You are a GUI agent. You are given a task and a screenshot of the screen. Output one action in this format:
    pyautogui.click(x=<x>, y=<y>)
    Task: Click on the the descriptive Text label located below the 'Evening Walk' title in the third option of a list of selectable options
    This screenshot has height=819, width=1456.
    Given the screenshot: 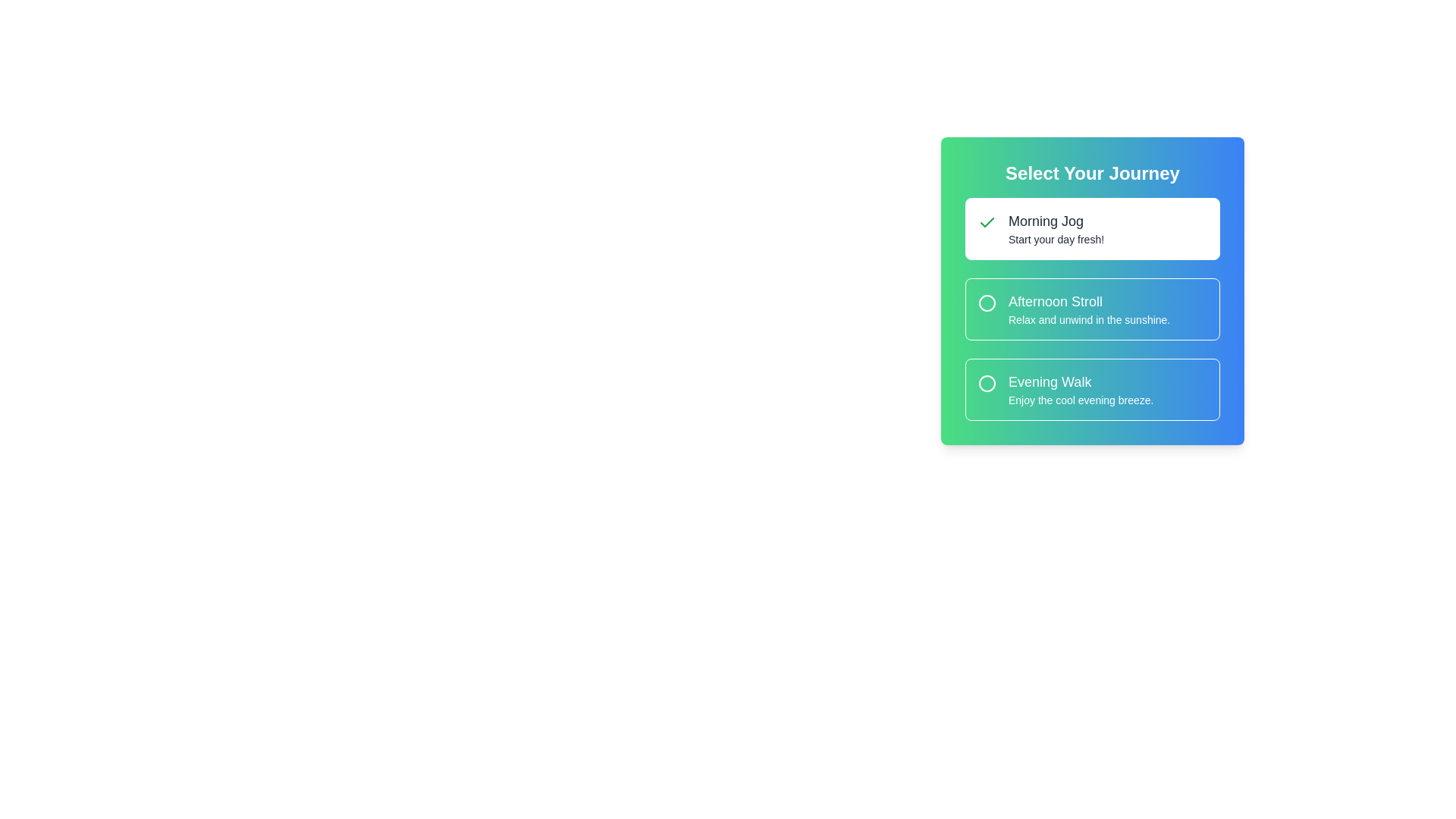 What is the action you would take?
    pyautogui.click(x=1080, y=400)
    